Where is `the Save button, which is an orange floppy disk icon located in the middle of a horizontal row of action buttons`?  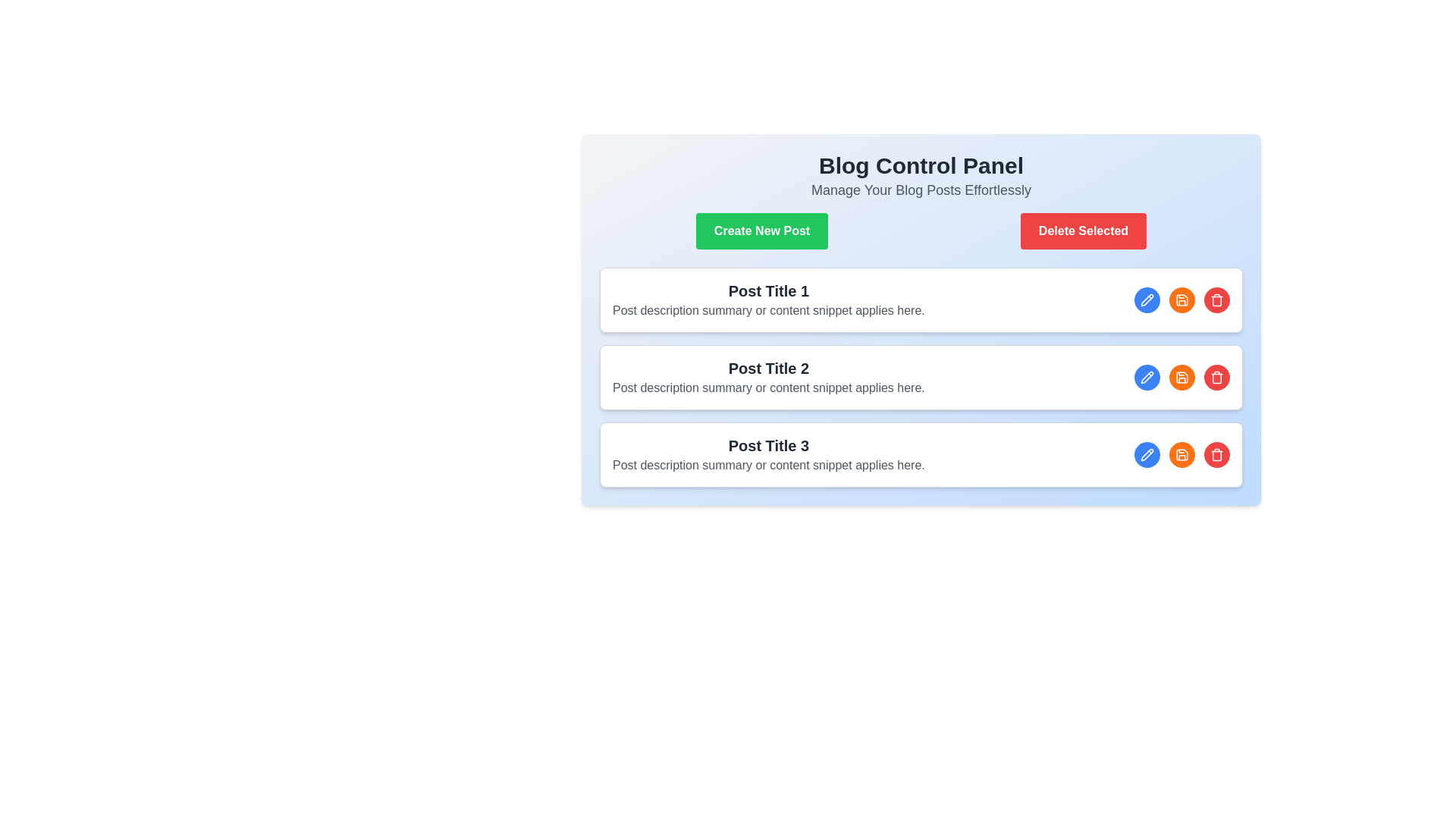
the Save button, which is an orange floppy disk icon located in the middle of a horizontal row of action buttons is located at coordinates (1181, 454).